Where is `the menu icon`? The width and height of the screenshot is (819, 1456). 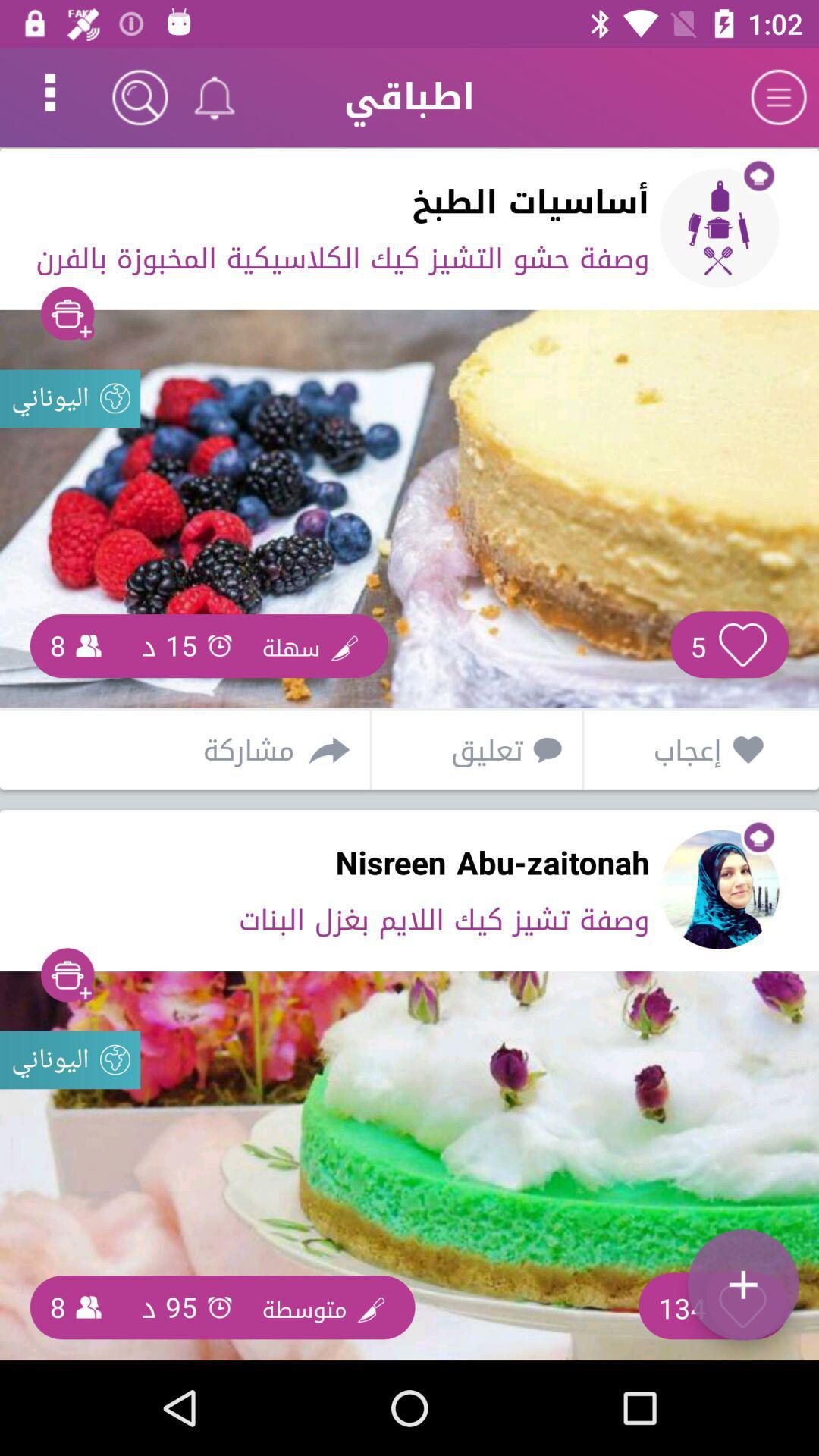
the menu icon is located at coordinates (769, 96).